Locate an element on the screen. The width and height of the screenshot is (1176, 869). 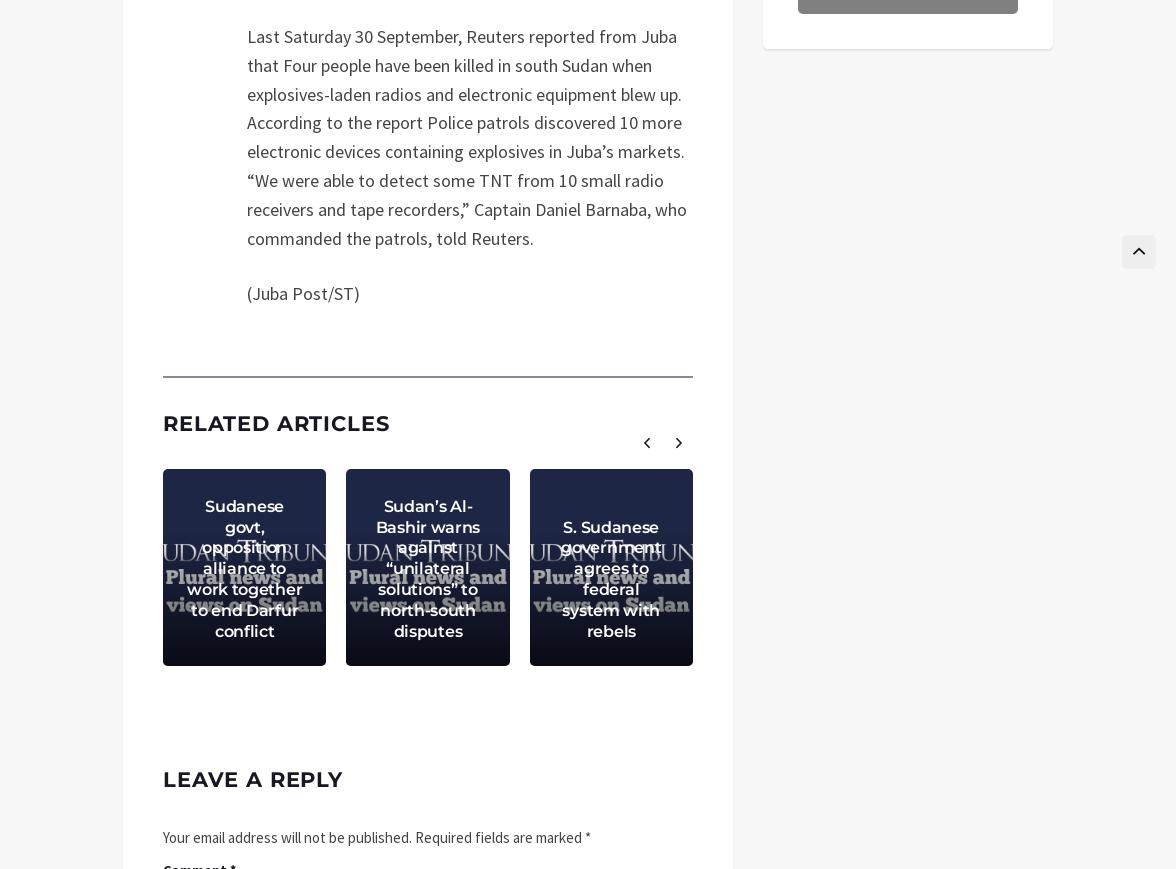
'Sudan’s Al-Bashir warns against “unilateral solutions” to north-south disputes' is located at coordinates (375, 567).